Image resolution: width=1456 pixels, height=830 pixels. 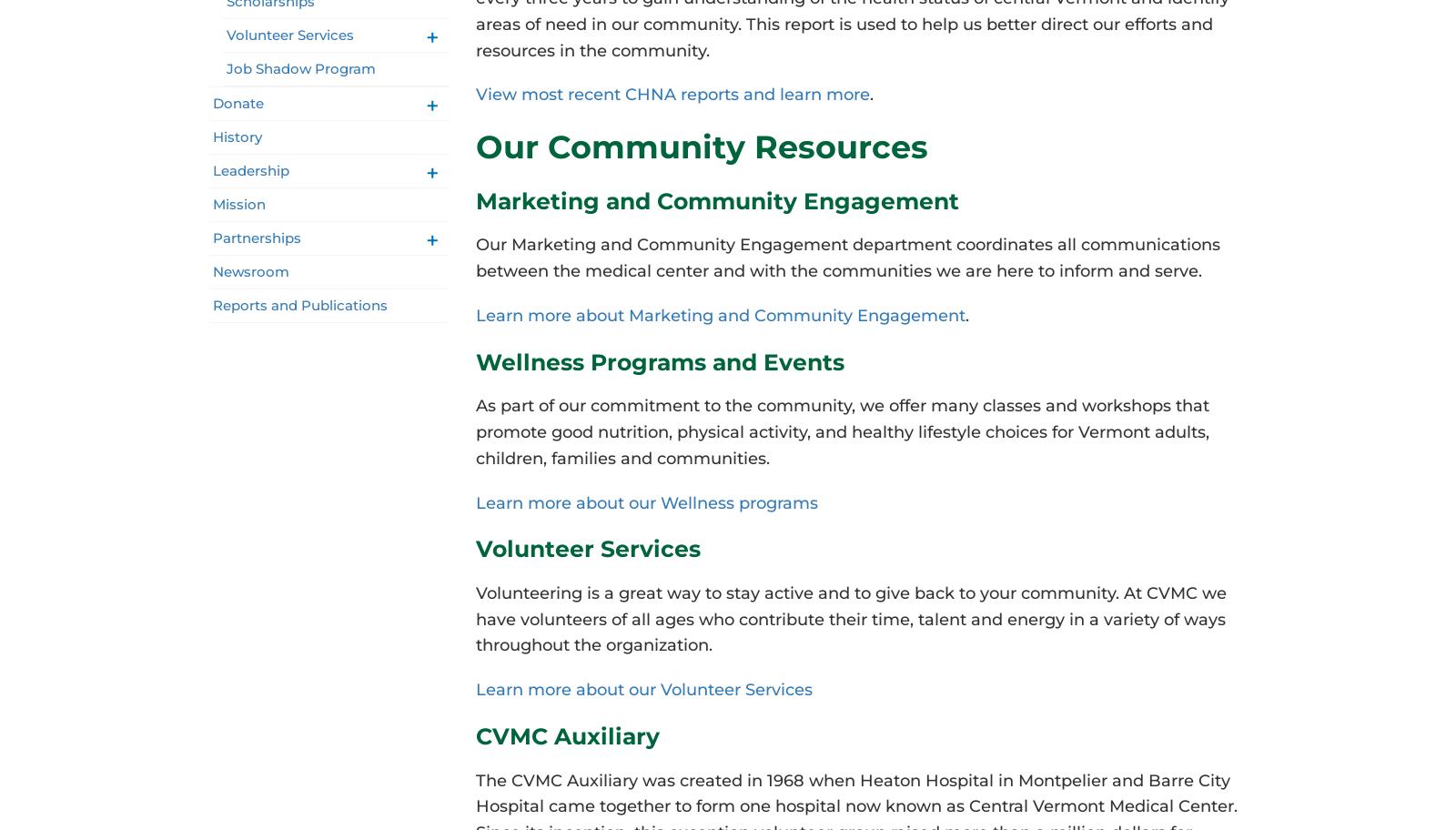 I want to click on 'As part of our commitment to the community, we offer many classes and workshops that promote good nutrition, physical activity, and healthy lifestyle choices for Vermont adults, children, families and communities.', so click(x=840, y=431).